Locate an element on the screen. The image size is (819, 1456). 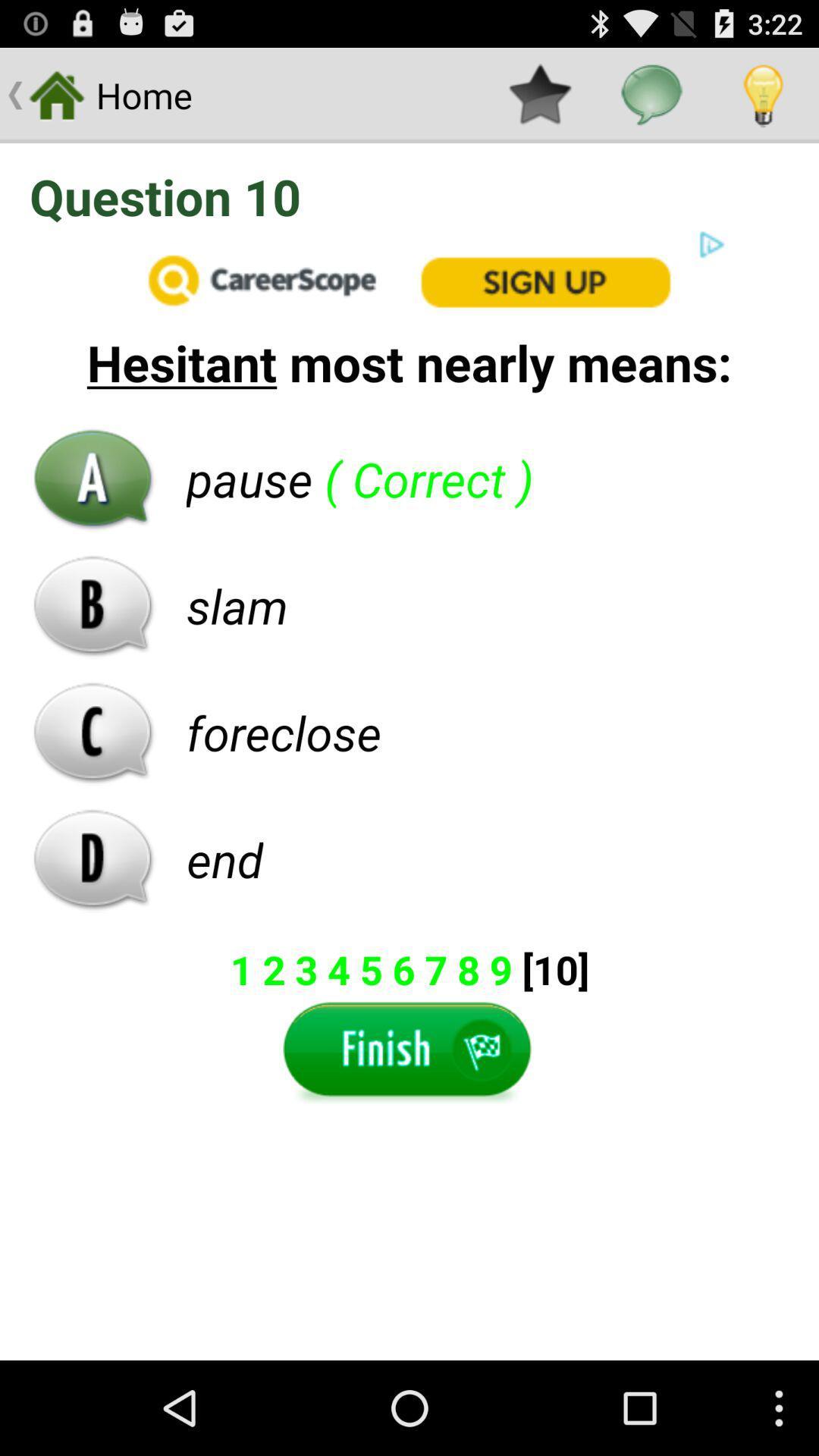
advertisement banner is located at coordinates (409, 279).